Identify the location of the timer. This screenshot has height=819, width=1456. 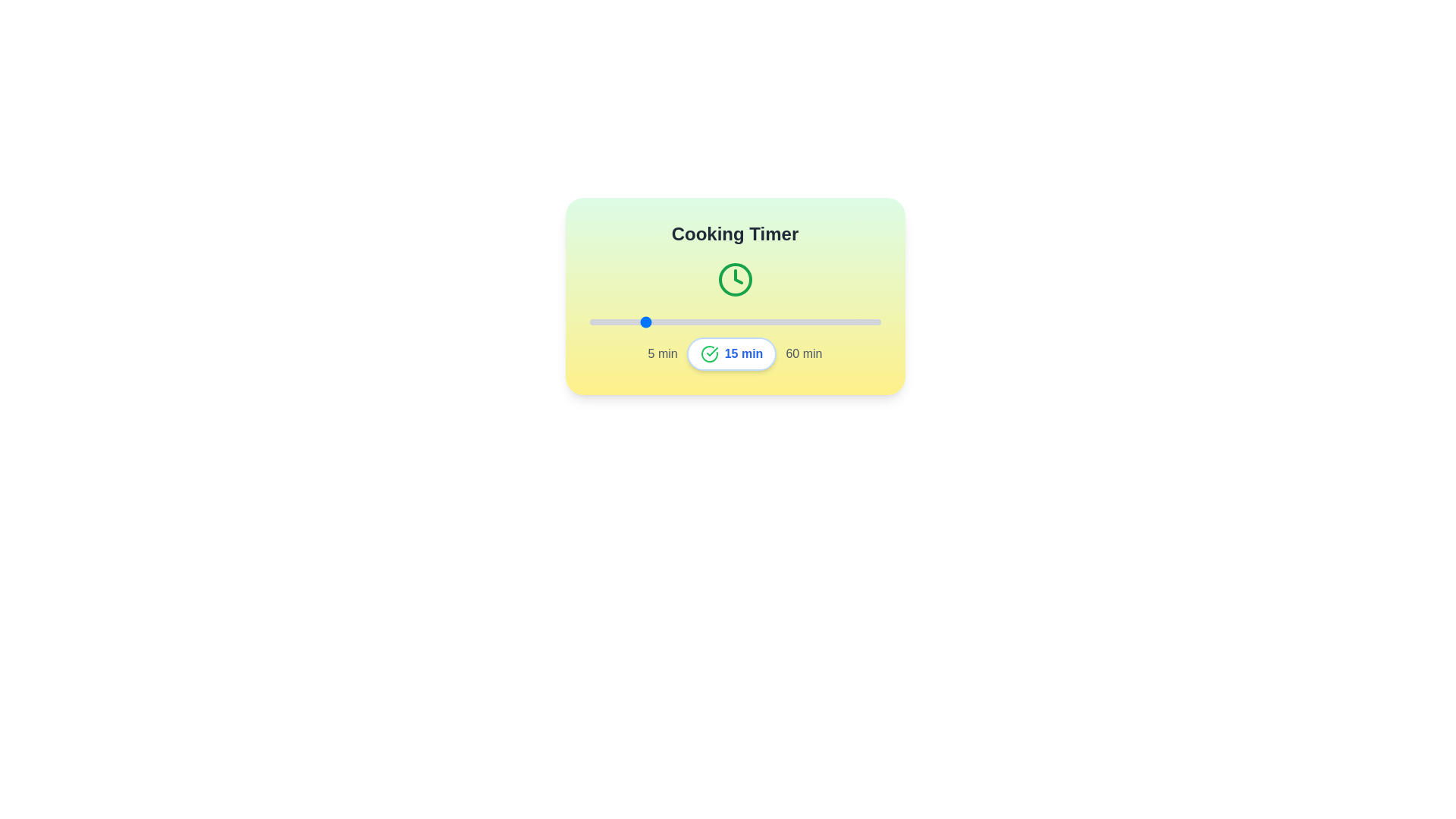
(837, 321).